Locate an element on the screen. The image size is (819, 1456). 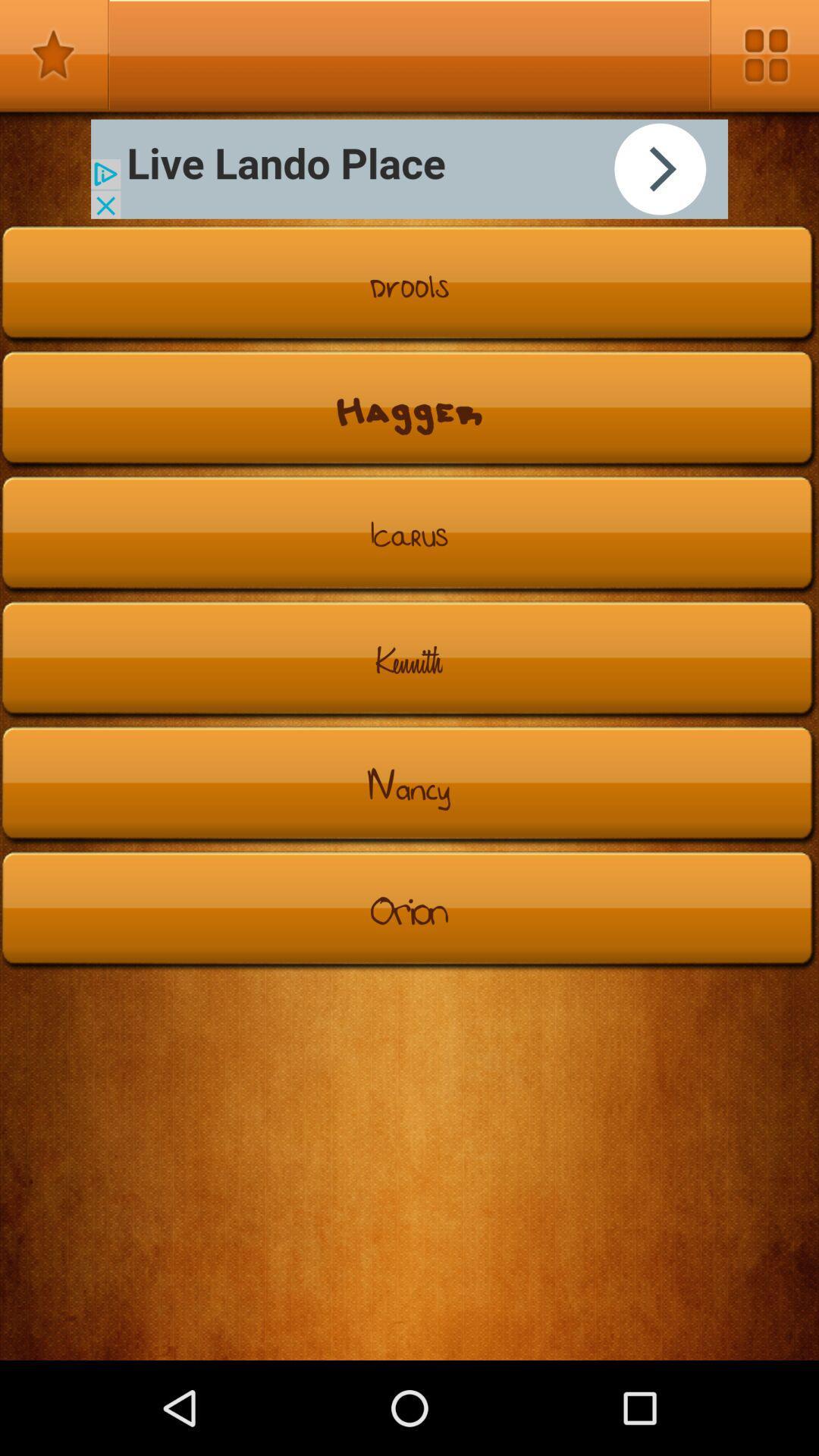
favourable button is located at coordinates (54, 55).